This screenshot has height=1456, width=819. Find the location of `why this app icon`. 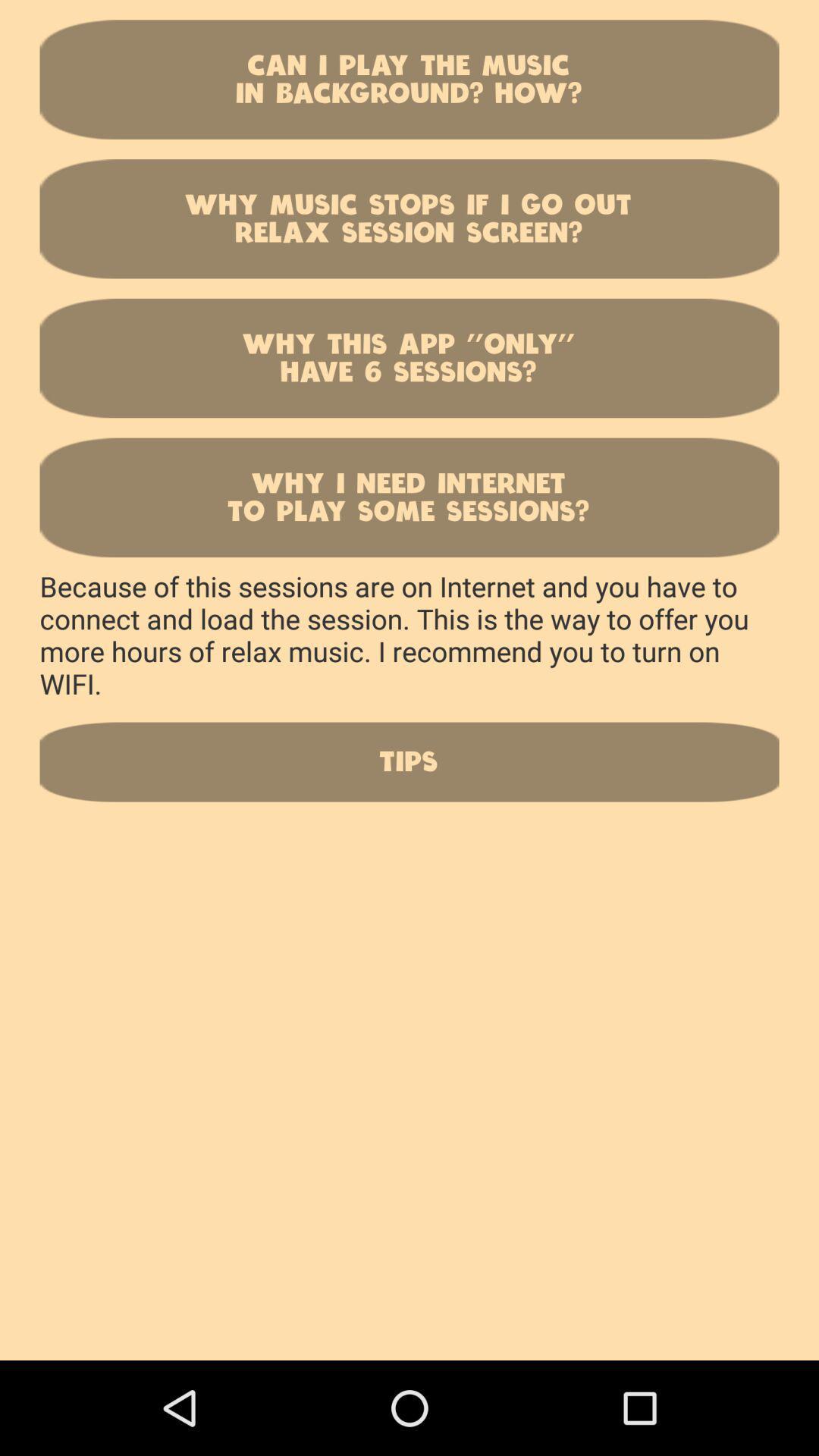

why this app icon is located at coordinates (409, 357).